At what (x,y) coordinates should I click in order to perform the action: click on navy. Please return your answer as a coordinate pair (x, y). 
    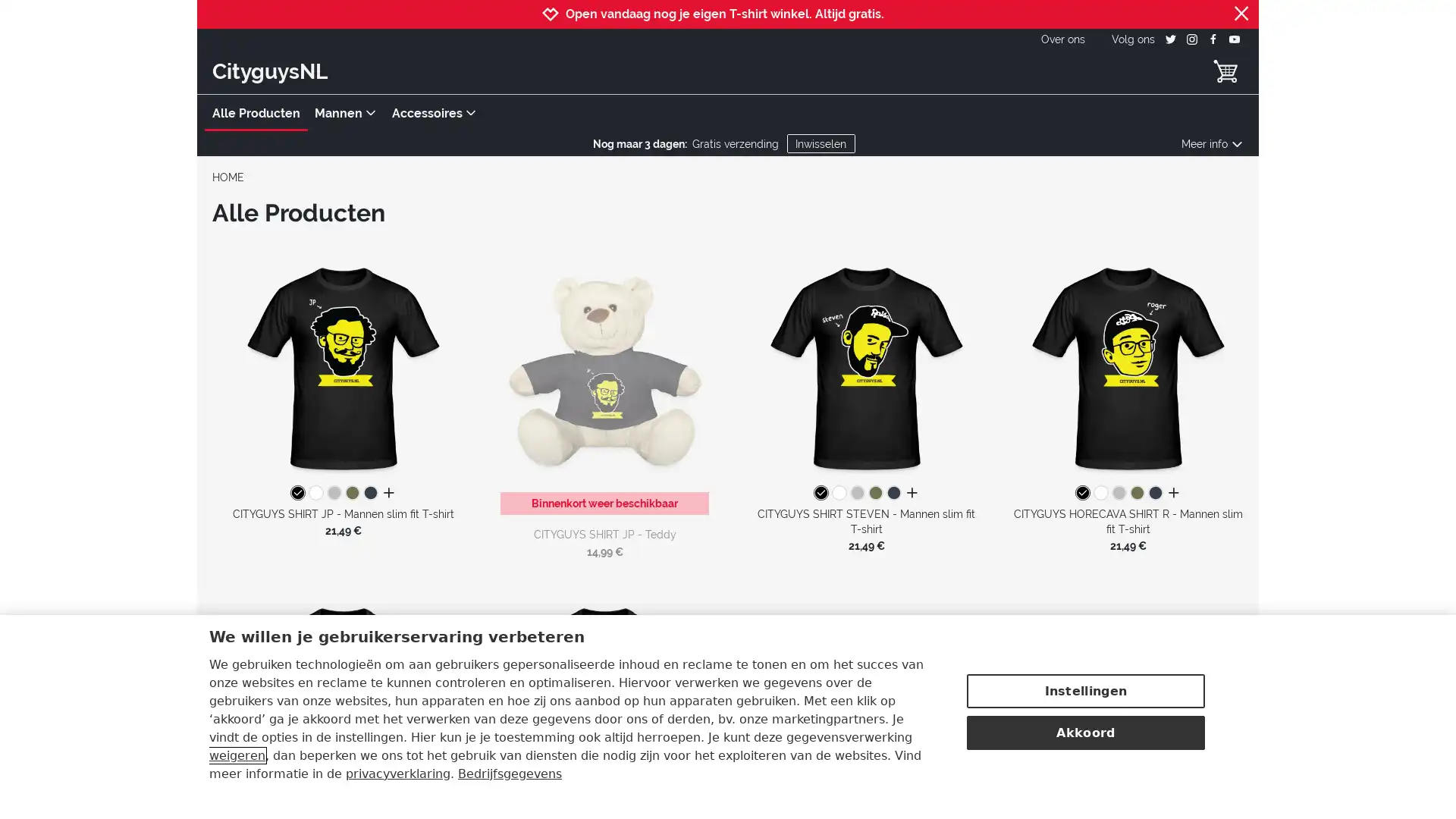
    Looking at the image, I should click on (893, 494).